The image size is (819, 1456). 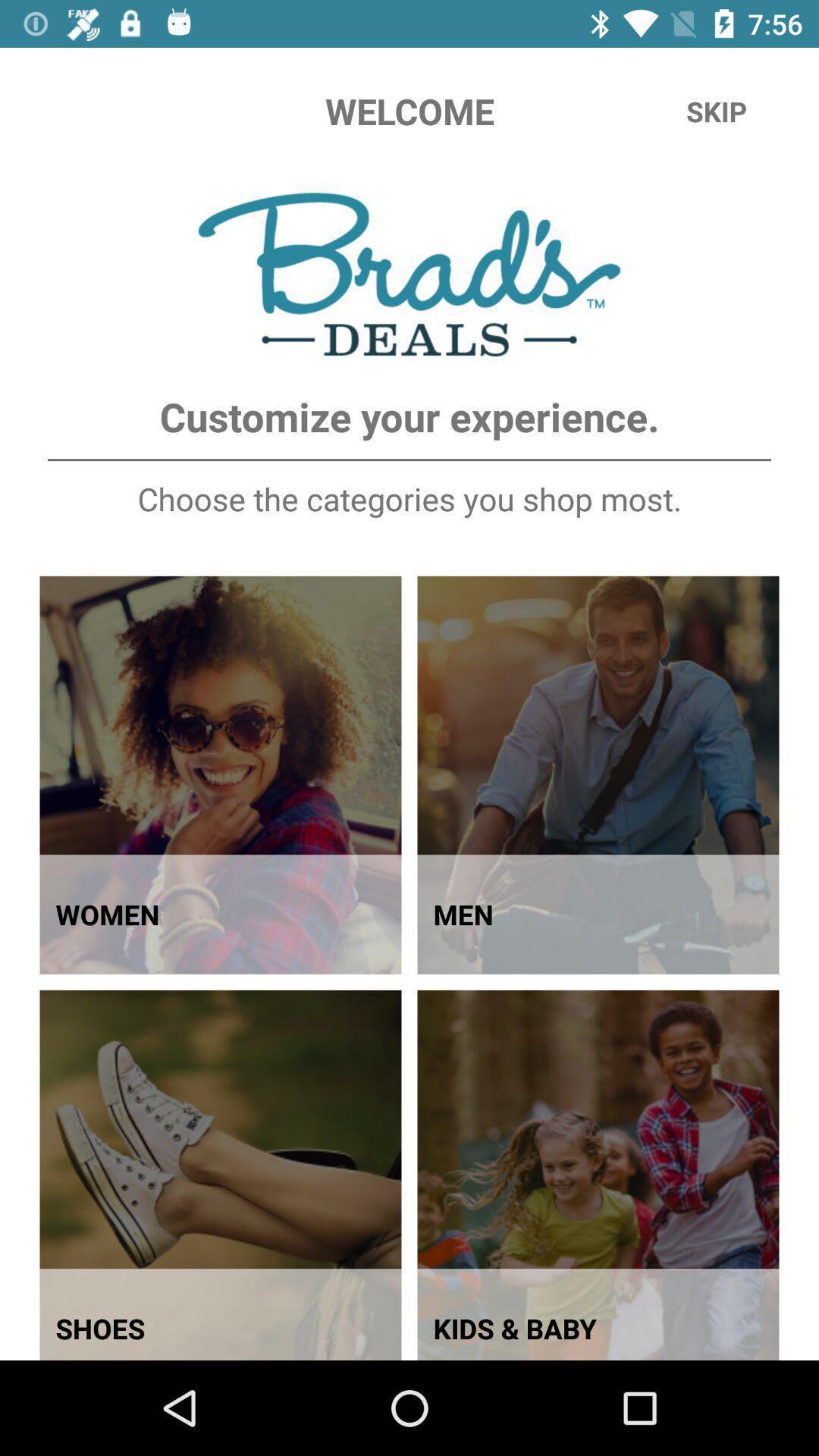 What do you see at coordinates (221, 1175) in the screenshot?
I see `the shoes box` at bounding box center [221, 1175].